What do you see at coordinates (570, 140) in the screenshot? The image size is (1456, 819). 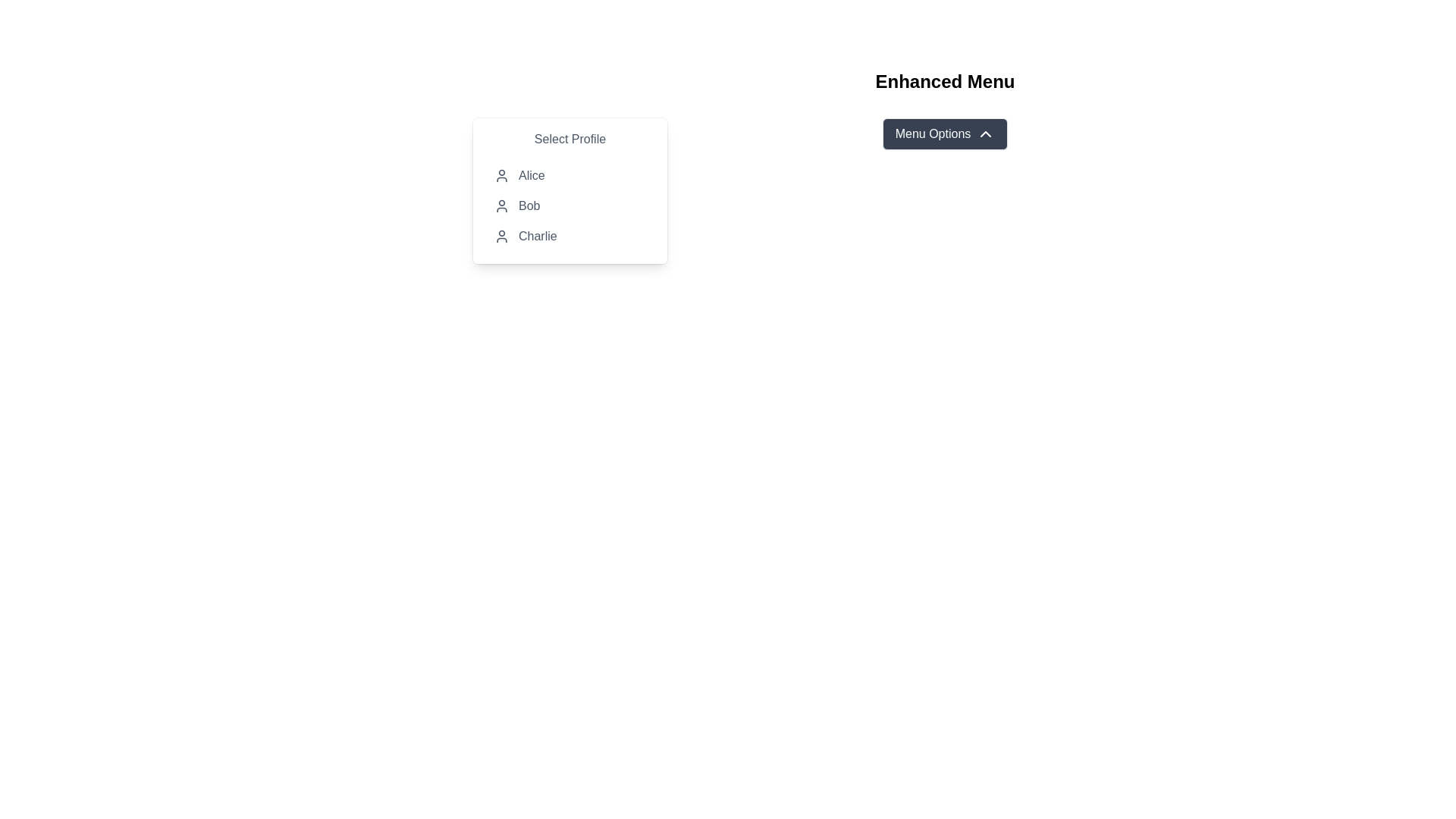 I see `the Text Label that serves as a heading for the dropdown menu, guiding the user to select a profile` at bounding box center [570, 140].